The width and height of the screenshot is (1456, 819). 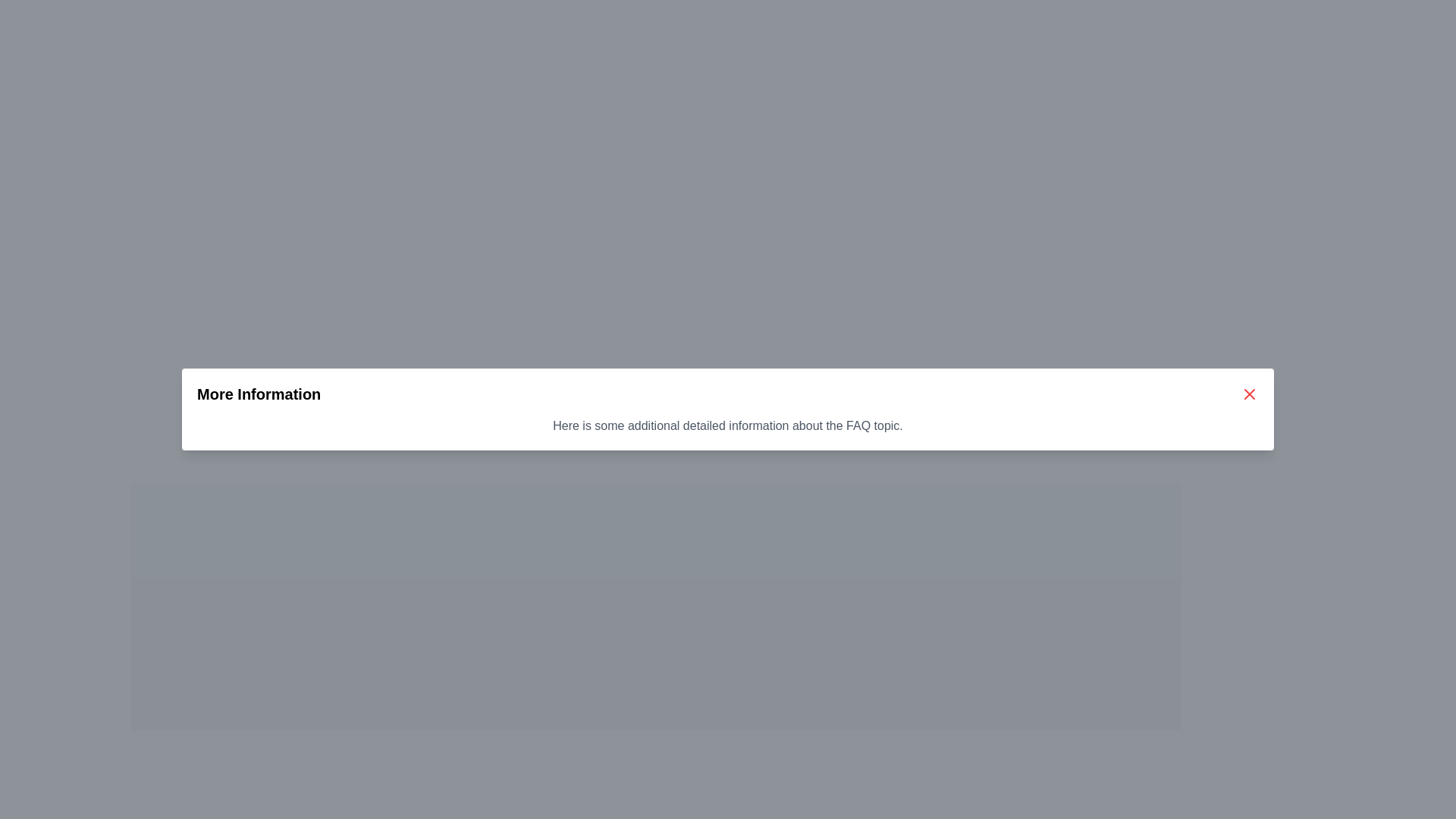 I want to click on the close button located at the top-right end of the informational box, so click(x=1249, y=394).